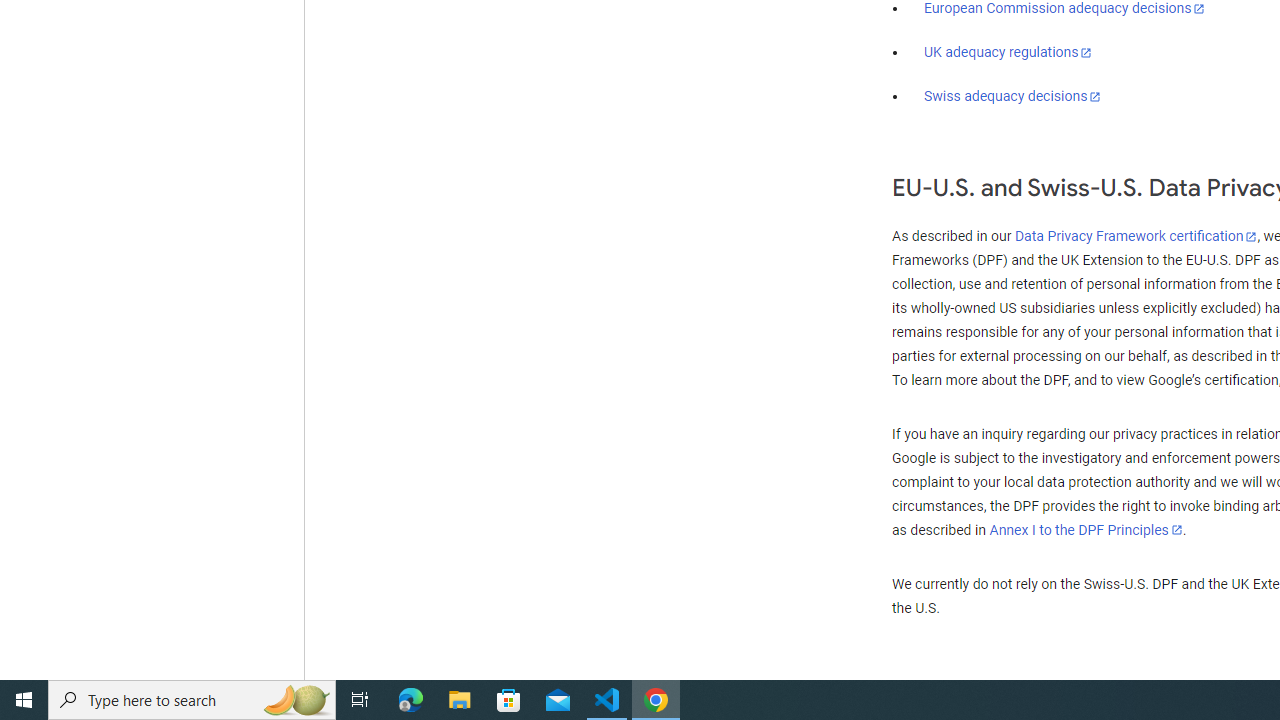  Describe the element at coordinates (1013, 96) in the screenshot. I see `'Swiss adequacy decisions'` at that location.